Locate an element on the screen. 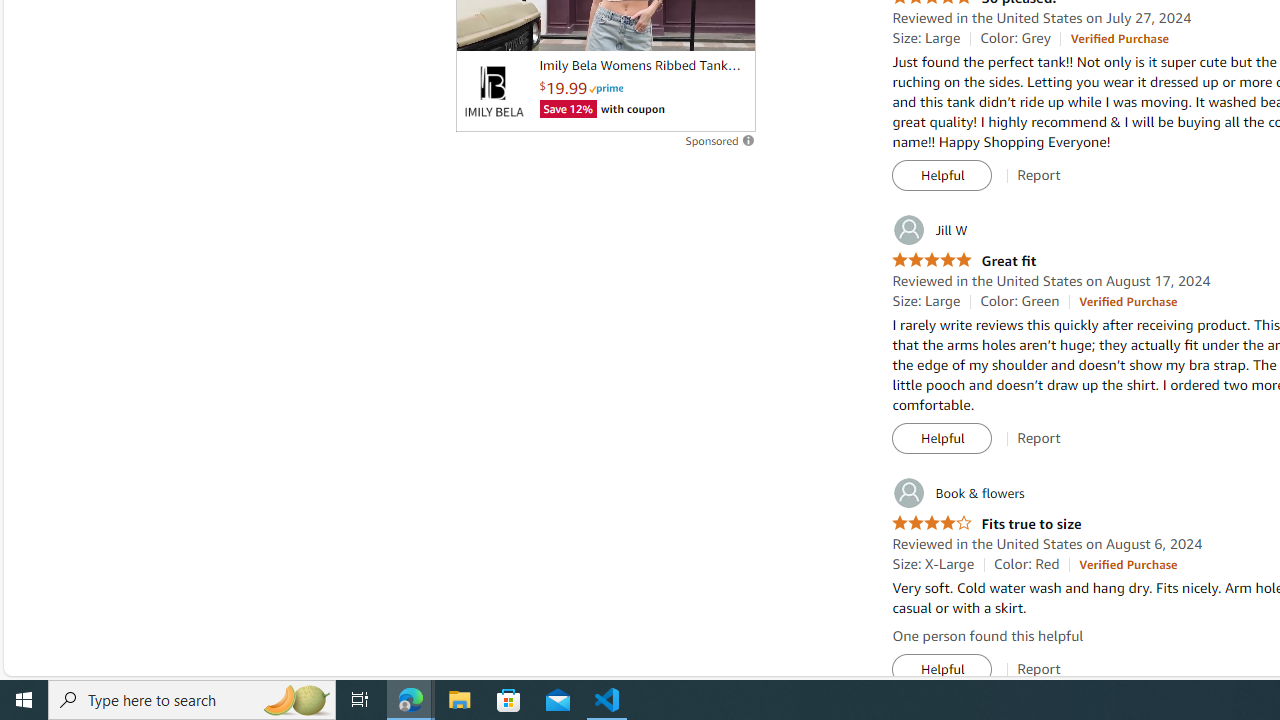 This screenshot has width=1280, height=720. 'Logo' is located at coordinates (493, 91).